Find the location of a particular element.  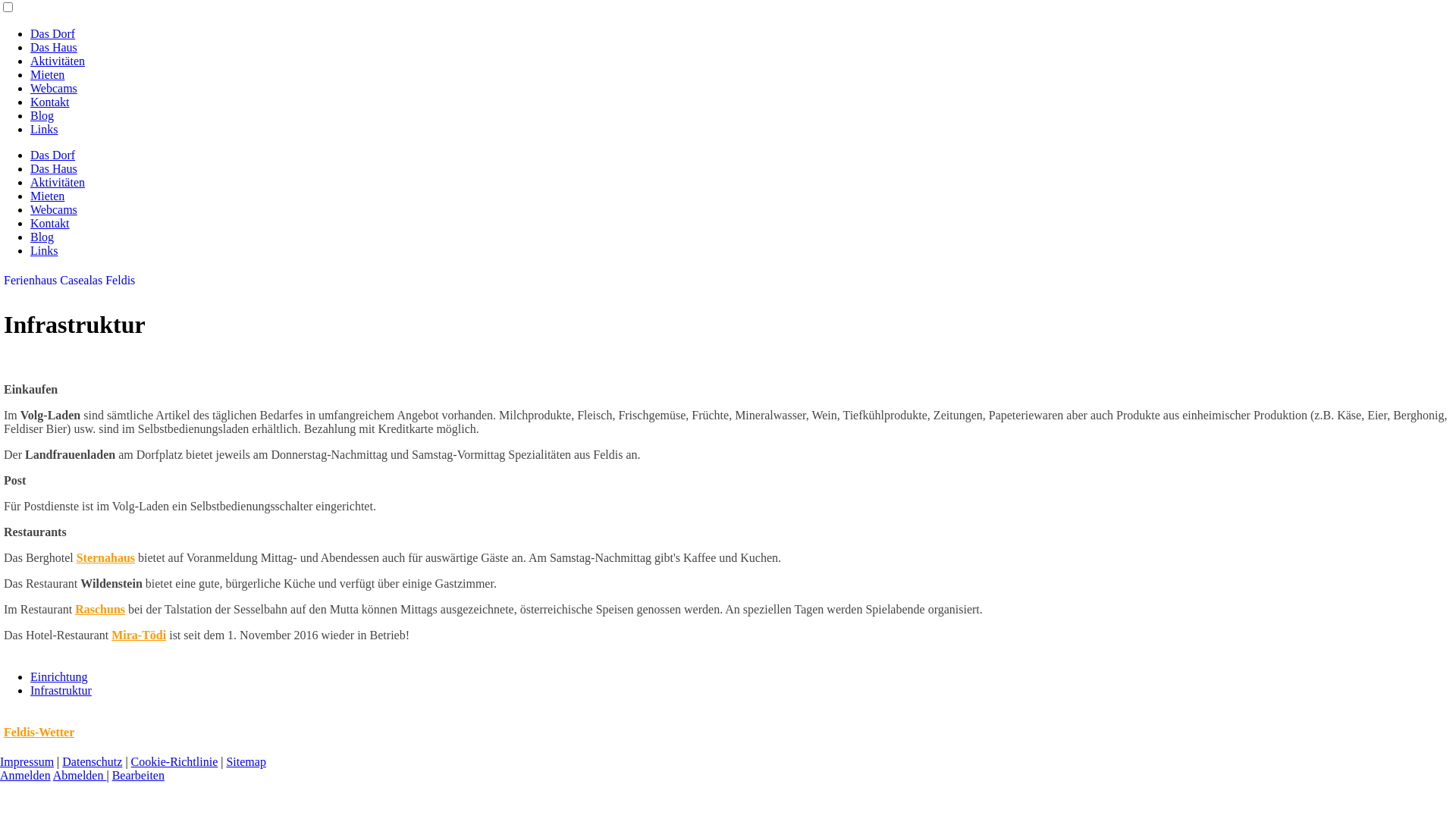

'Kontakt' is located at coordinates (50, 102).